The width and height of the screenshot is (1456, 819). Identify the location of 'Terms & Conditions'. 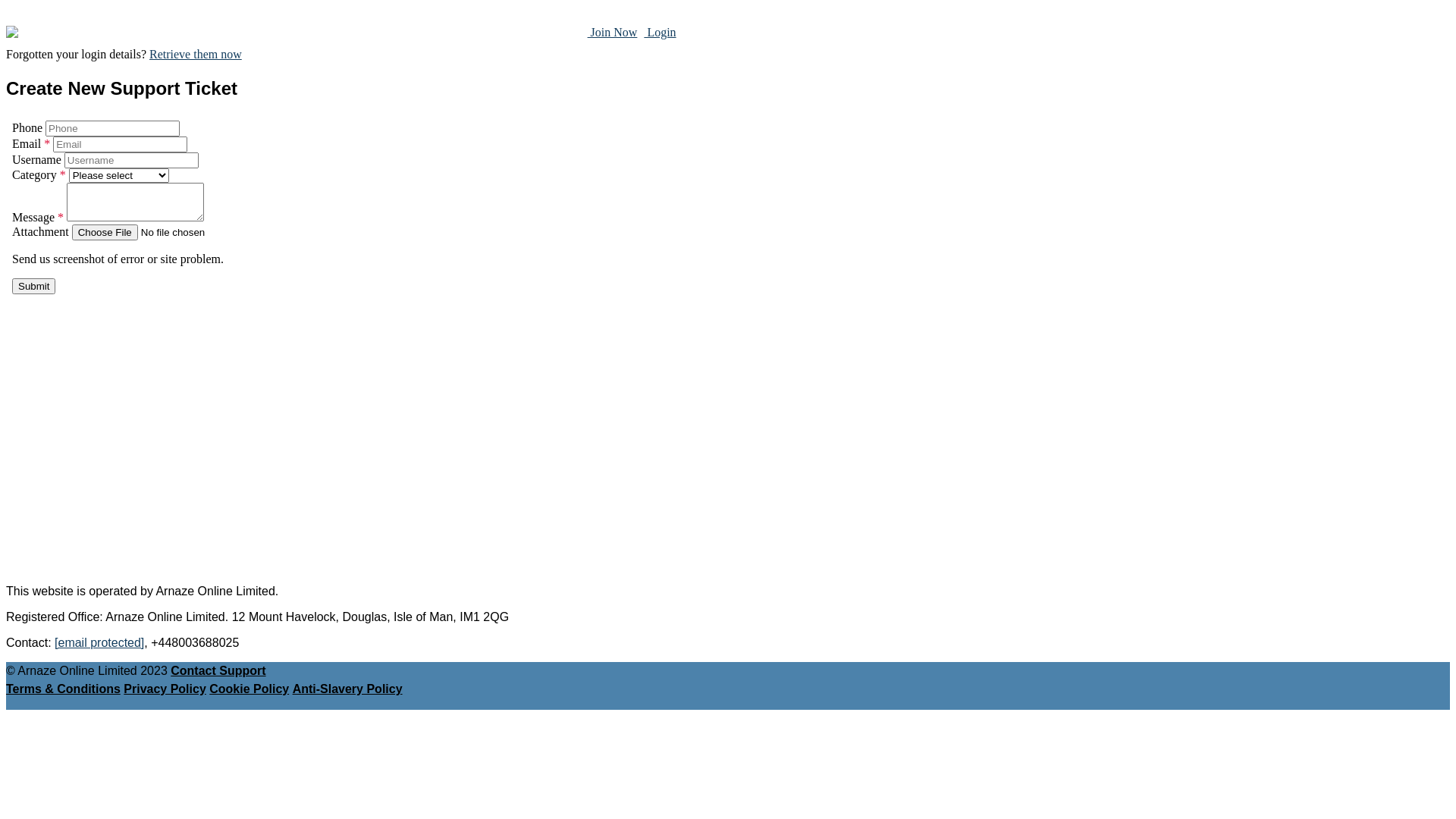
(62, 689).